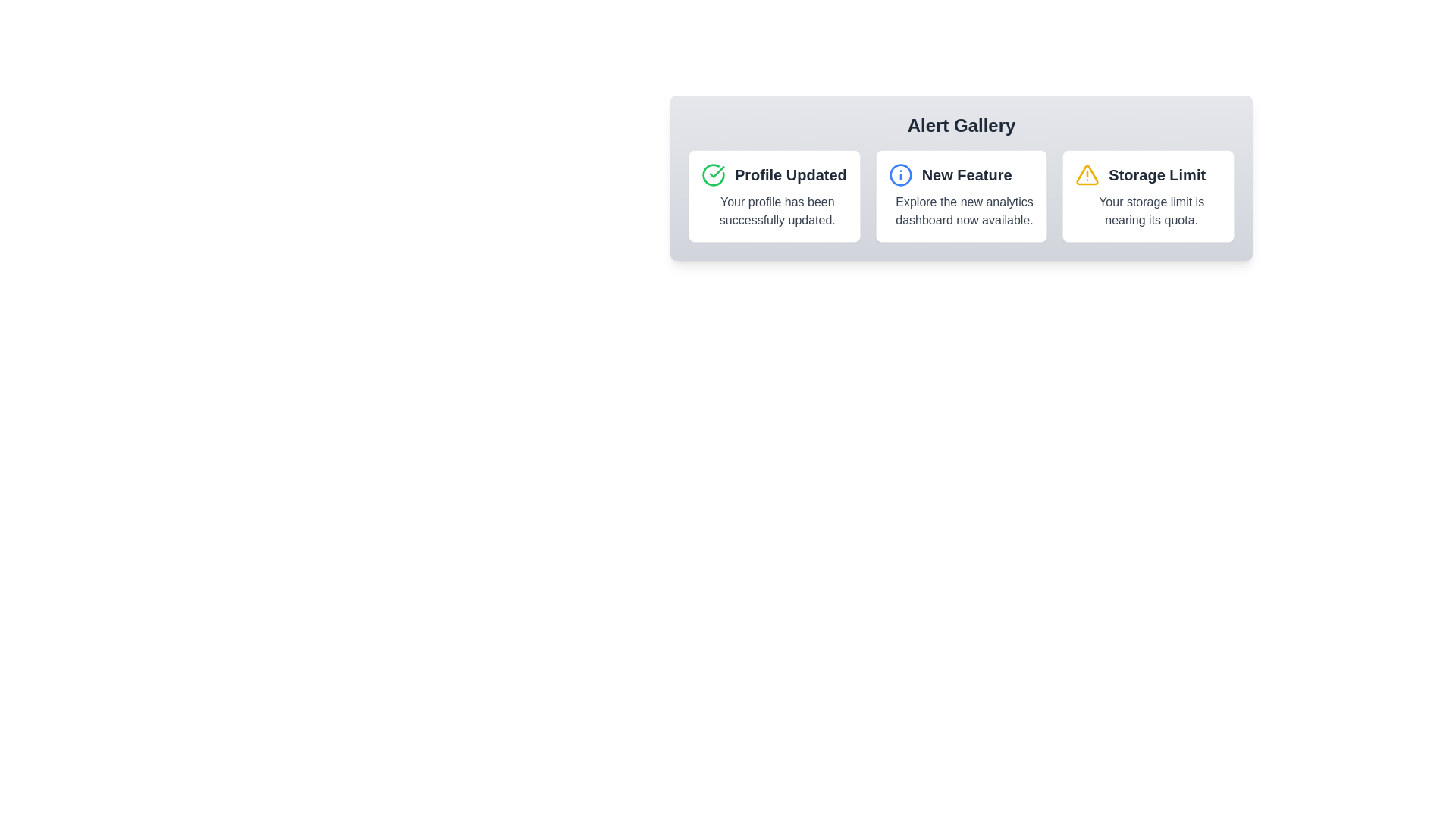  What do you see at coordinates (964, 211) in the screenshot?
I see `the second text component within the 'New Feature' card, located directly below the bold 'New Feature' heading` at bounding box center [964, 211].